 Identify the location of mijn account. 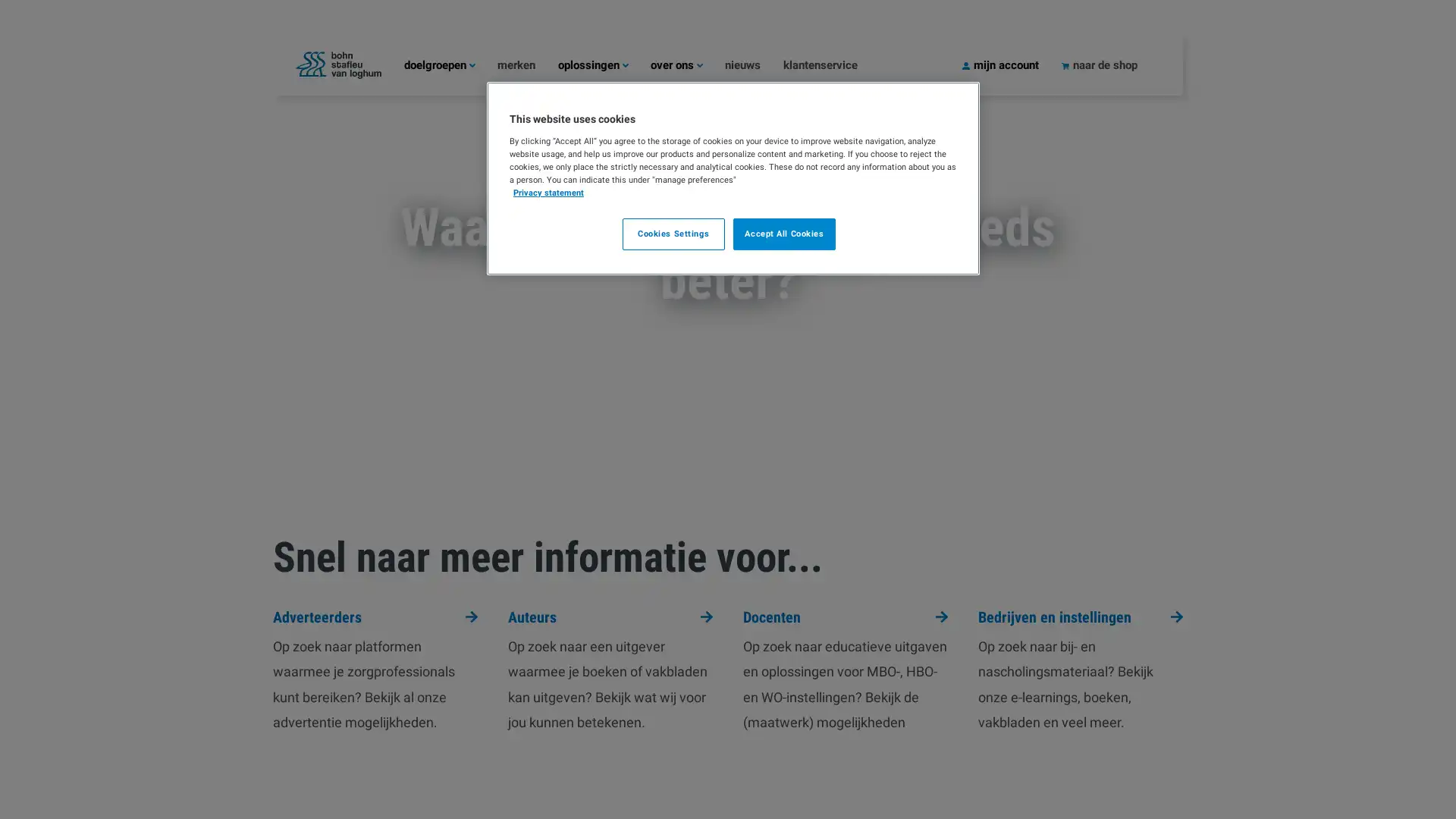
(1012, 64).